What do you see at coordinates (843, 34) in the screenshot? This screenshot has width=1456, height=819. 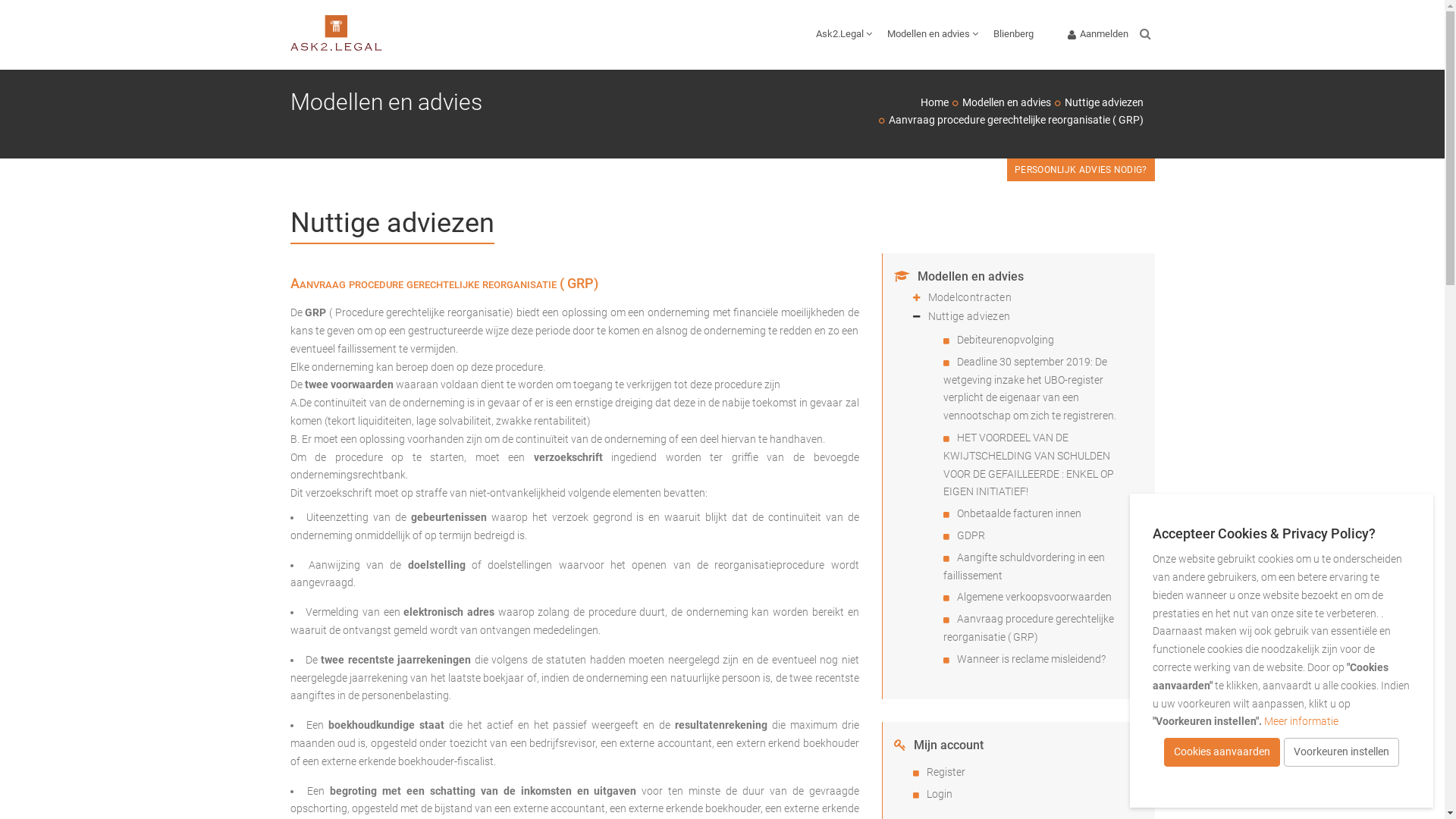 I see `'Ask2.Legal'` at bounding box center [843, 34].